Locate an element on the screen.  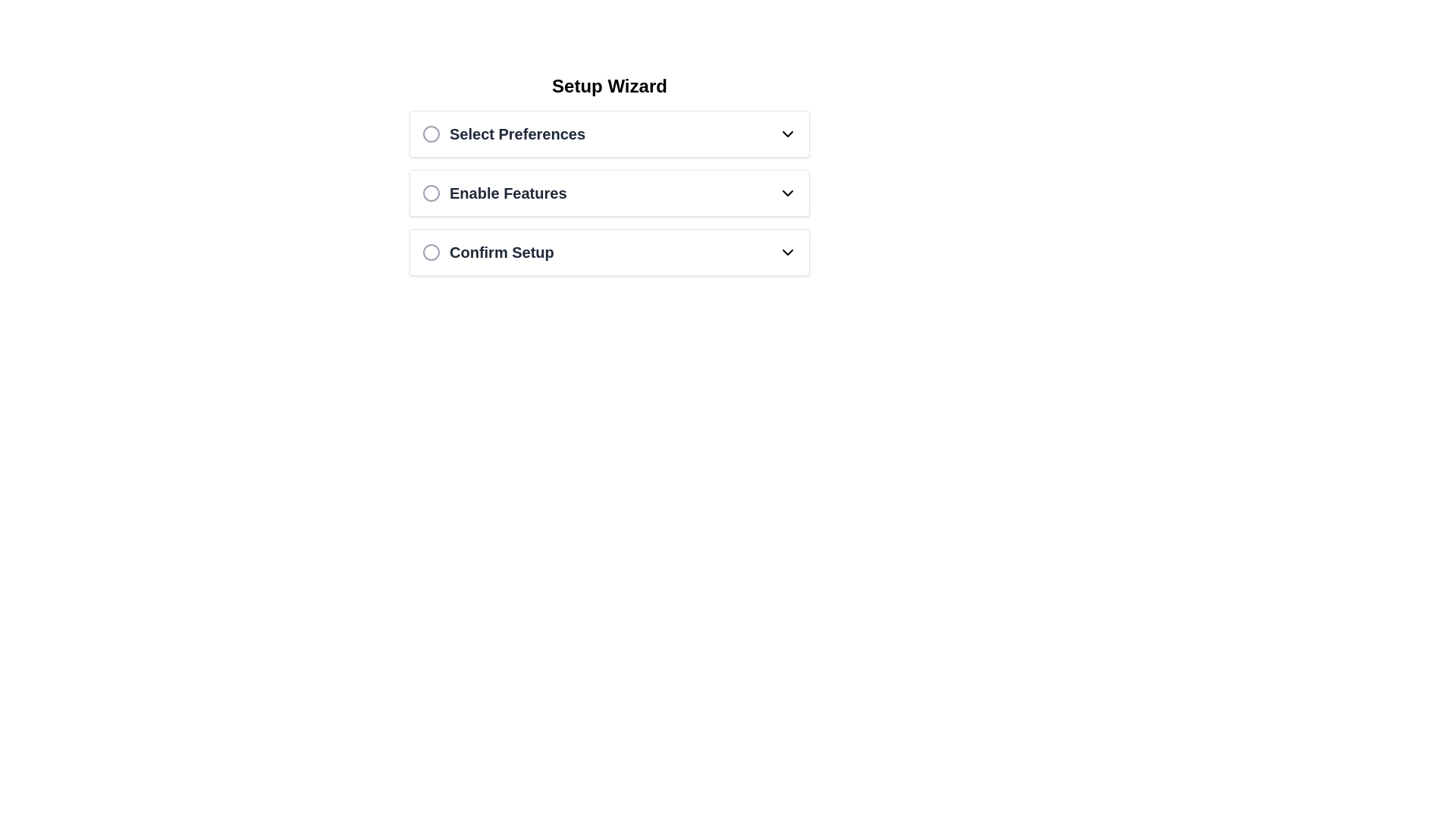
the 'Confirm Setup' text label, which is styled in bold dark gray and is the last item in a vertical list of options is located at coordinates (501, 251).